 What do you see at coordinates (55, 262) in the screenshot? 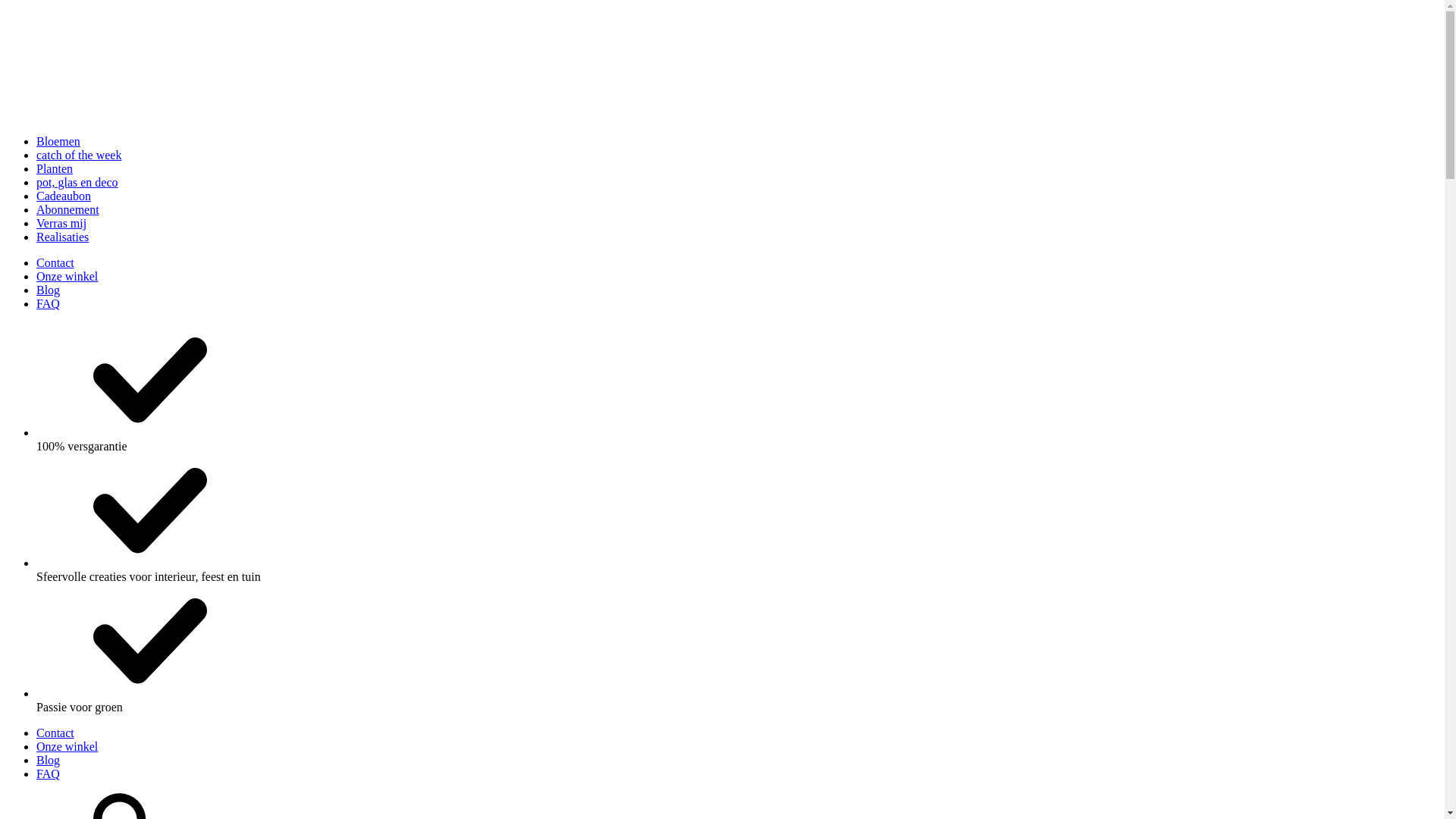
I see `'Contact'` at bounding box center [55, 262].